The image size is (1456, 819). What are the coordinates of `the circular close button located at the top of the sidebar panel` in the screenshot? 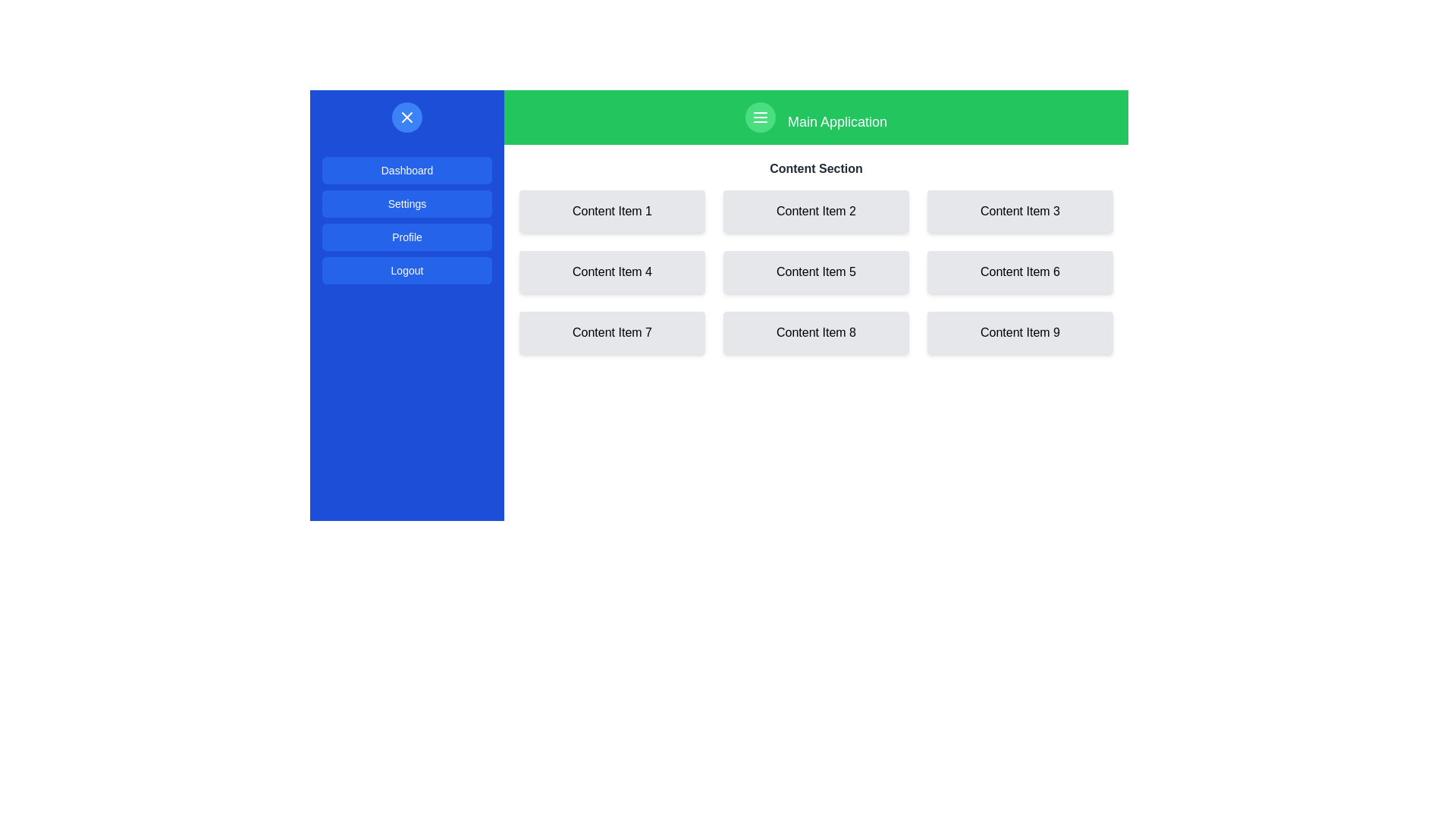 It's located at (407, 116).